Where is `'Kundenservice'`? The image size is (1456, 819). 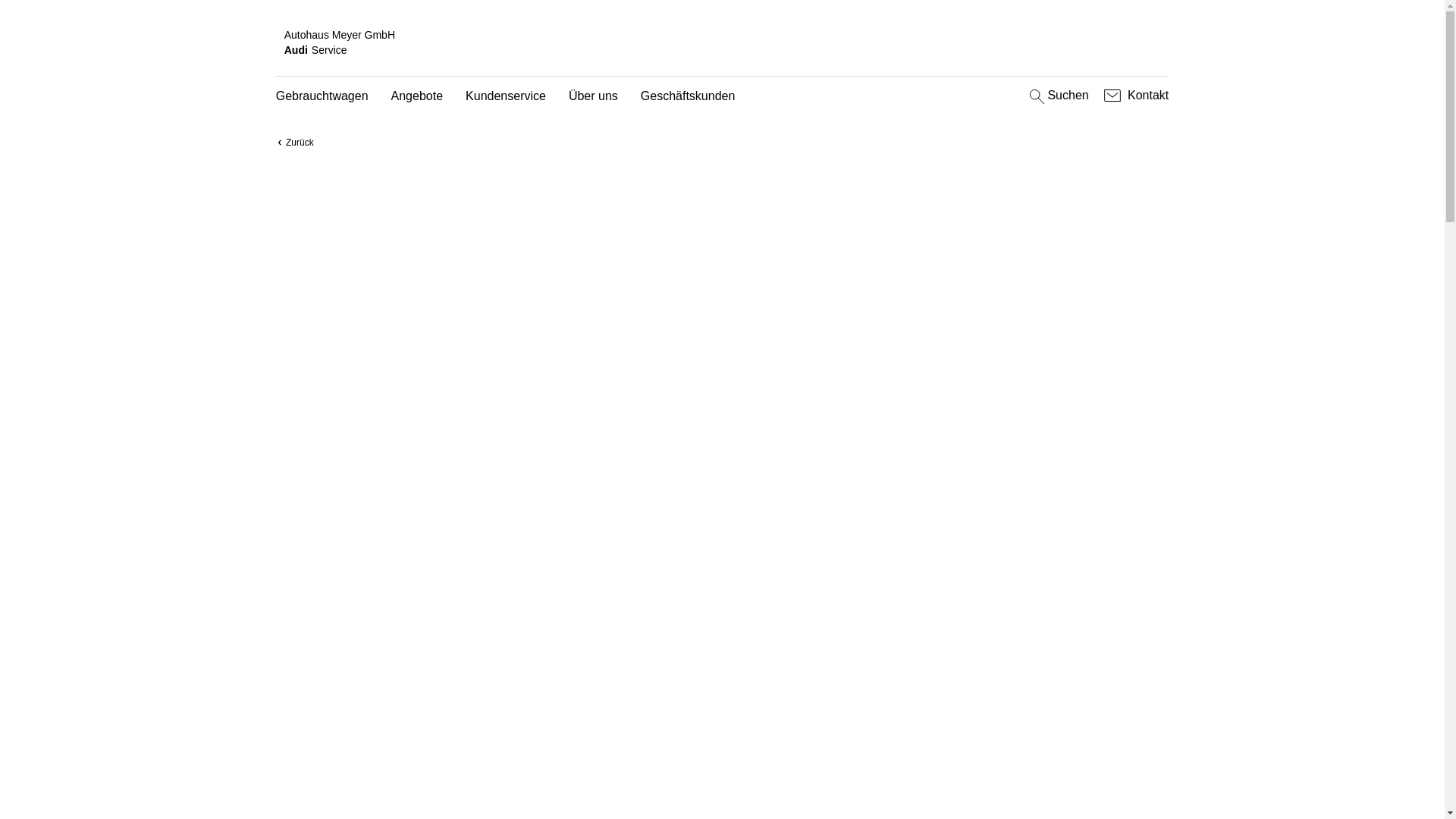
'Kundenservice' is located at coordinates (506, 96).